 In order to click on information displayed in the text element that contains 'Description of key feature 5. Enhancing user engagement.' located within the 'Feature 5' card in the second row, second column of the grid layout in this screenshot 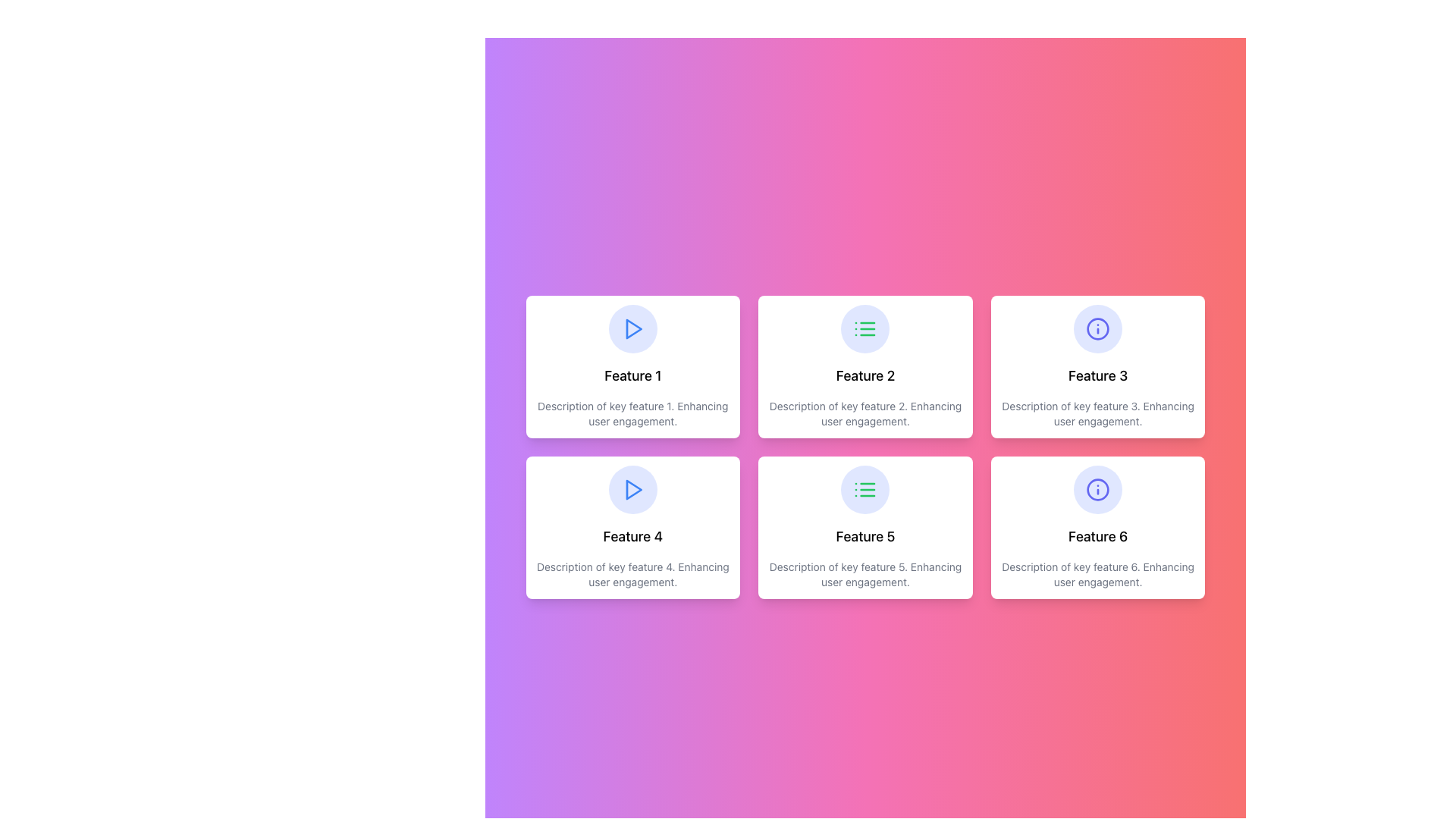, I will do `click(865, 575)`.